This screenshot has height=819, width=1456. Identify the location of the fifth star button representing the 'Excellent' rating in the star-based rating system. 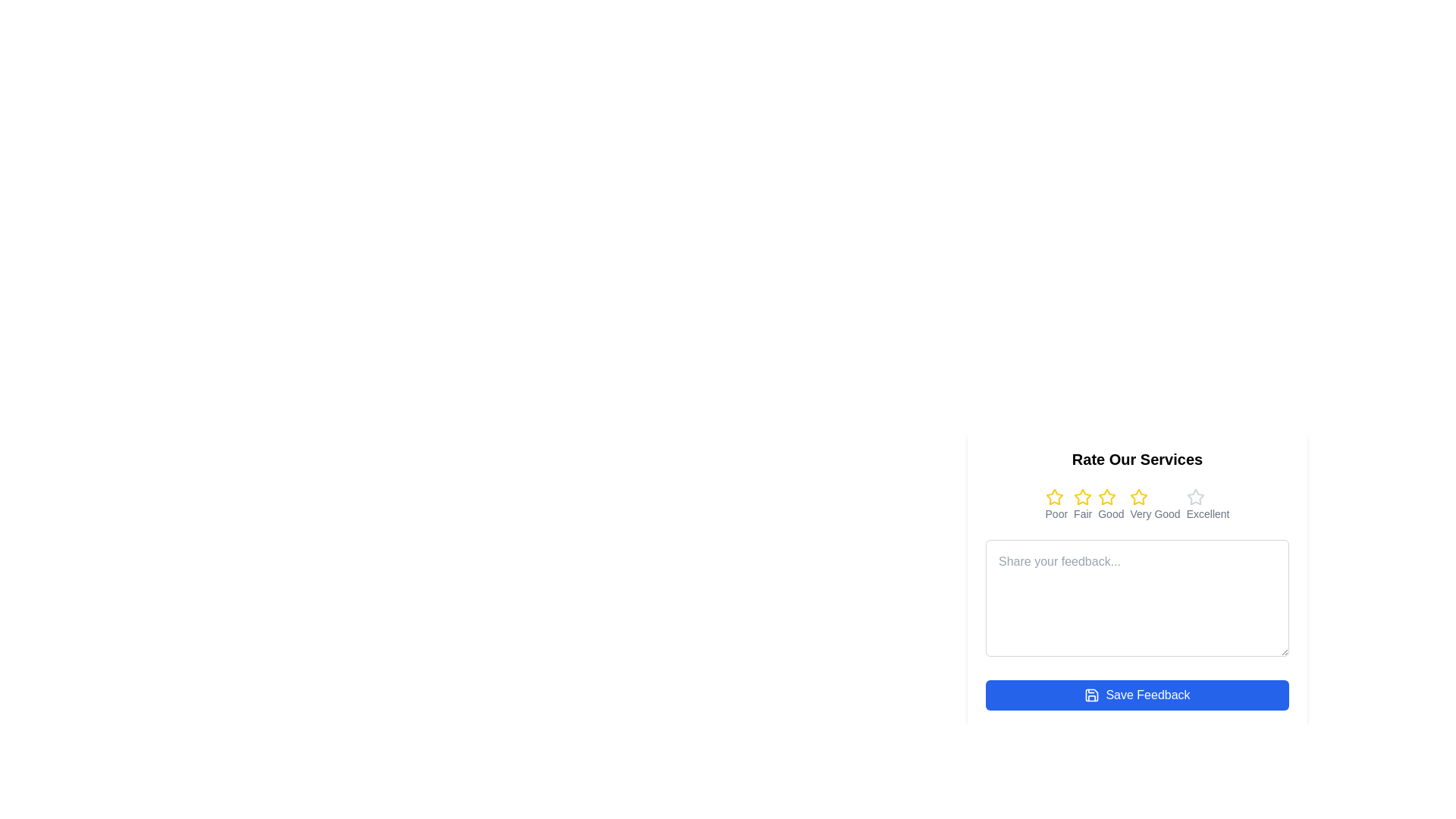
(1194, 497).